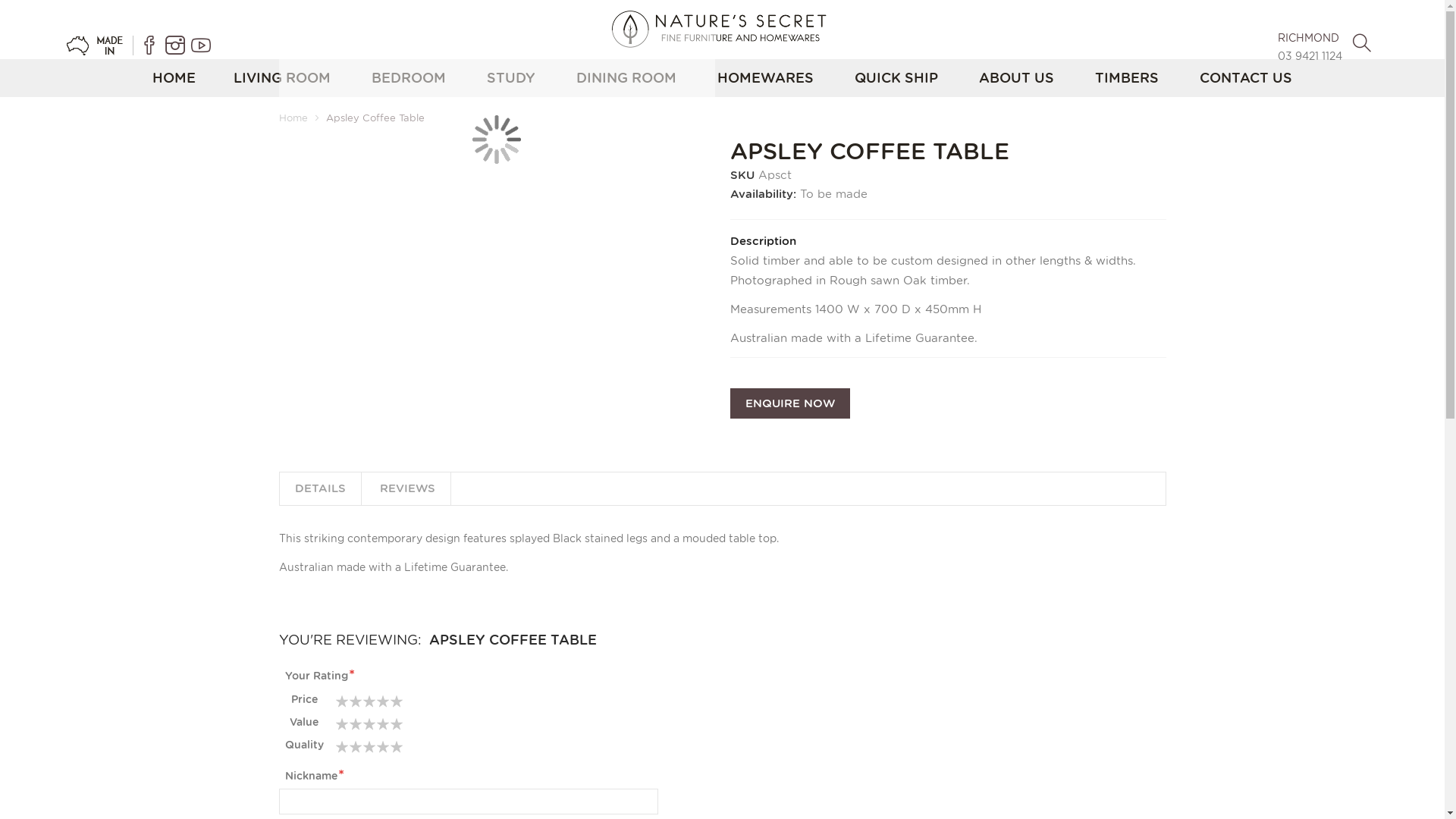 This screenshot has height=819, width=1456. What do you see at coordinates (626, 78) in the screenshot?
I see `'DINING ROOM'` at bounding box center [626, 78].